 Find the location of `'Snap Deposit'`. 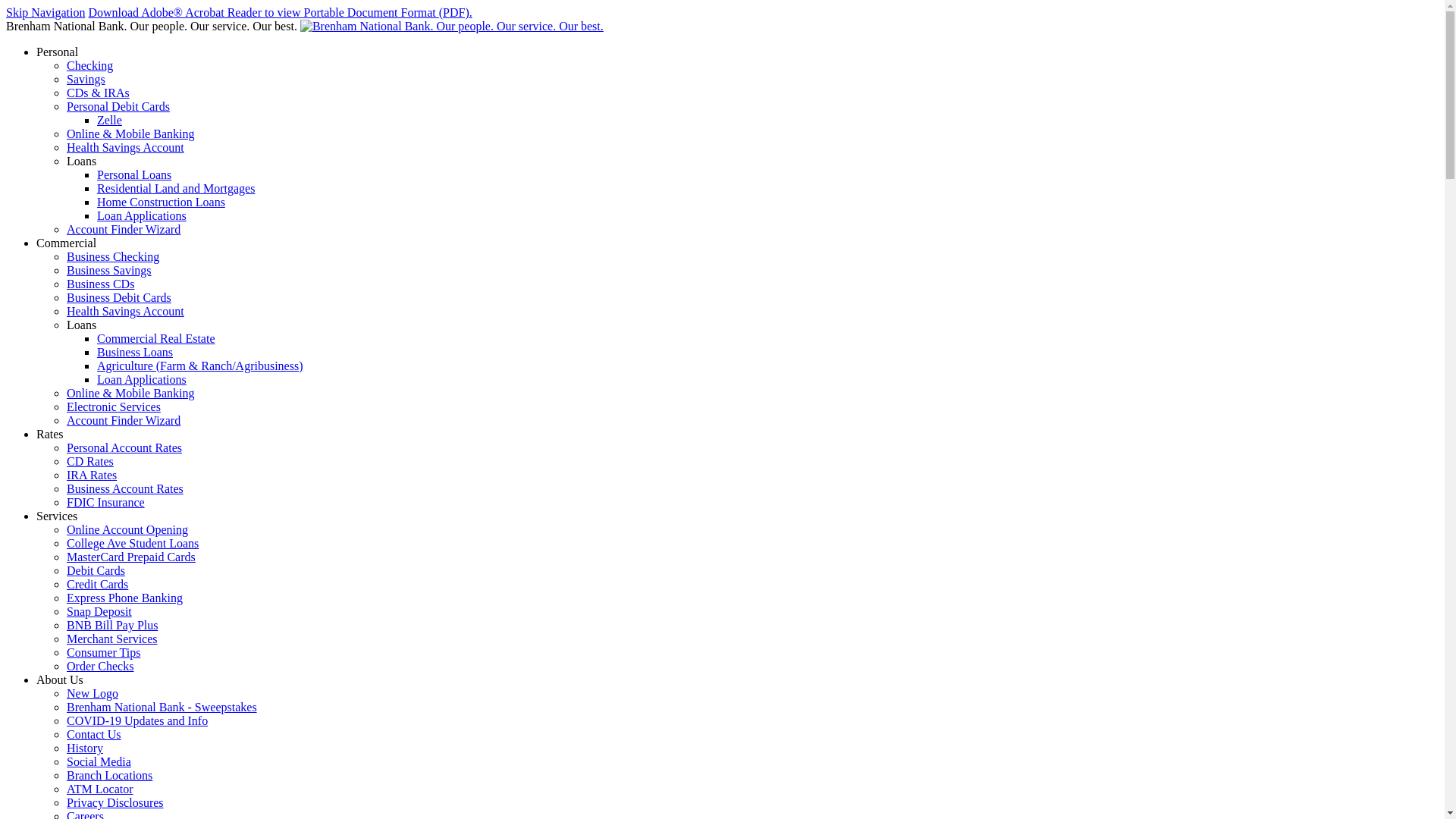

'Snap Deposit' is located at coordinates (65, 610).